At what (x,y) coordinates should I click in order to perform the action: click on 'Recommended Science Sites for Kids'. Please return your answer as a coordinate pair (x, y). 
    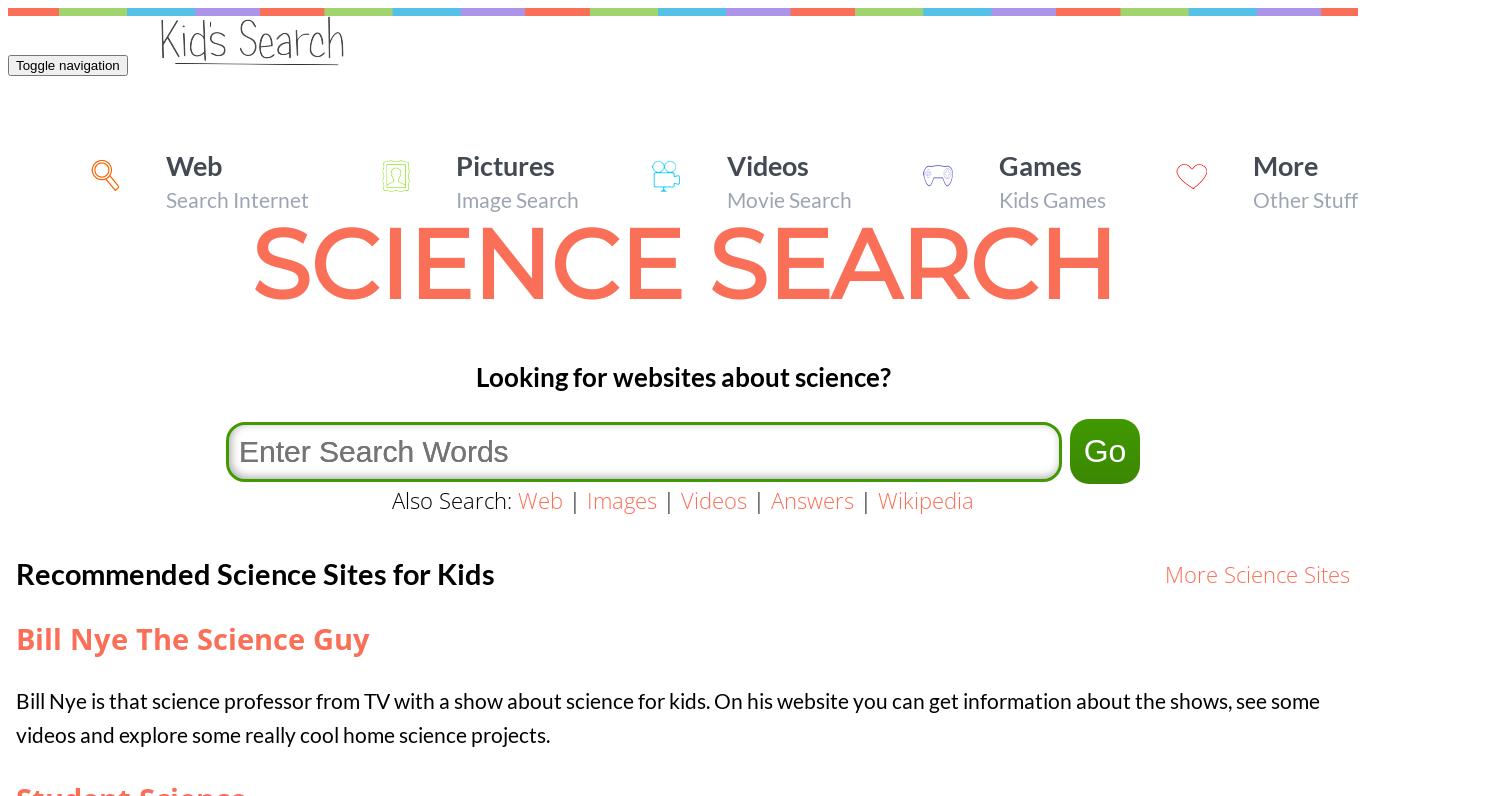
    Looking at the image, I should click on (254, 572).